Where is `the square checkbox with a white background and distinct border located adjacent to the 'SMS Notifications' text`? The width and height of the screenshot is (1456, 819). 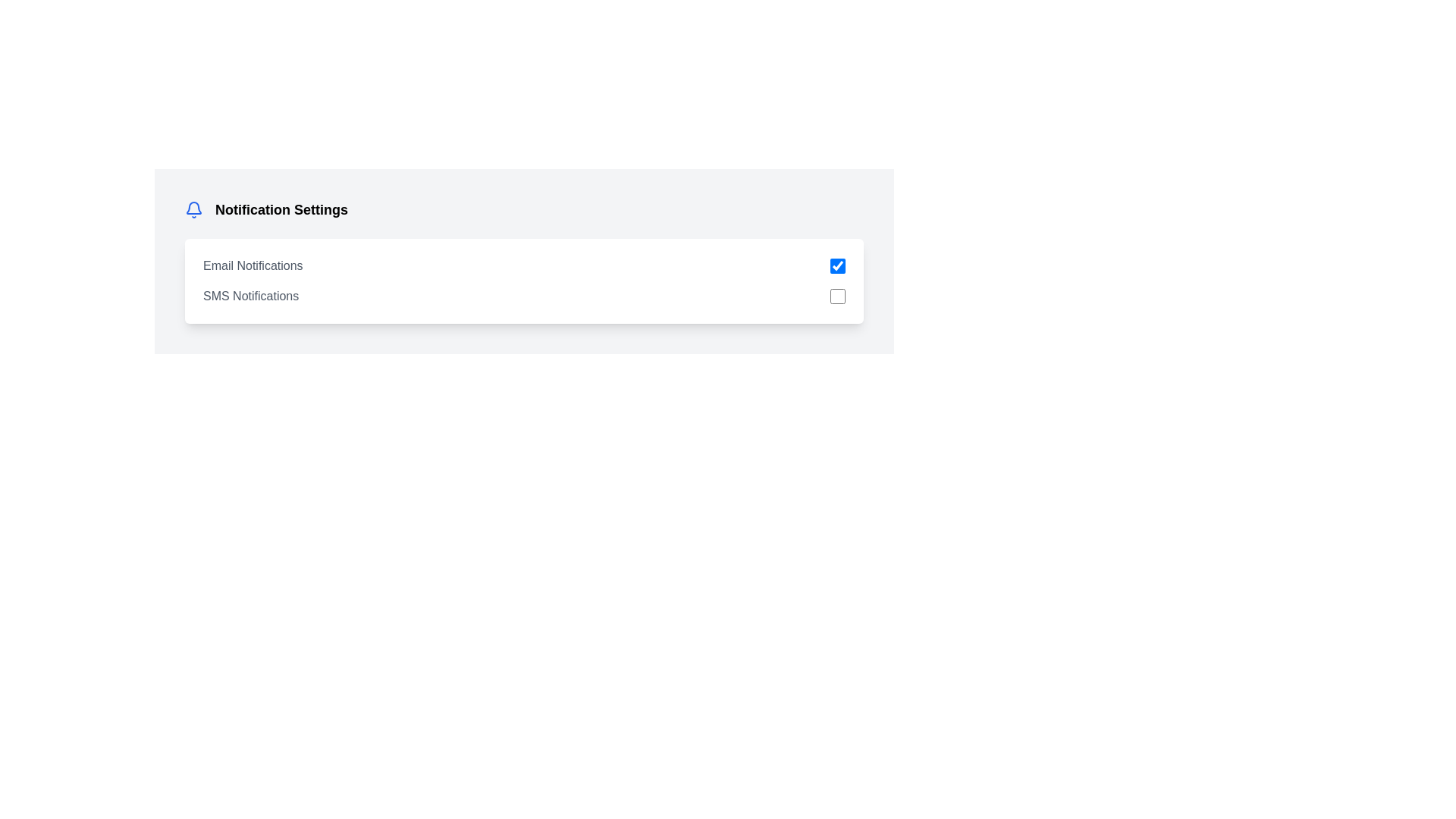 the square checkbox with a white background and distinct border located adjacent to the 'SMS Notifications' text is located at coordinates (836, 296).